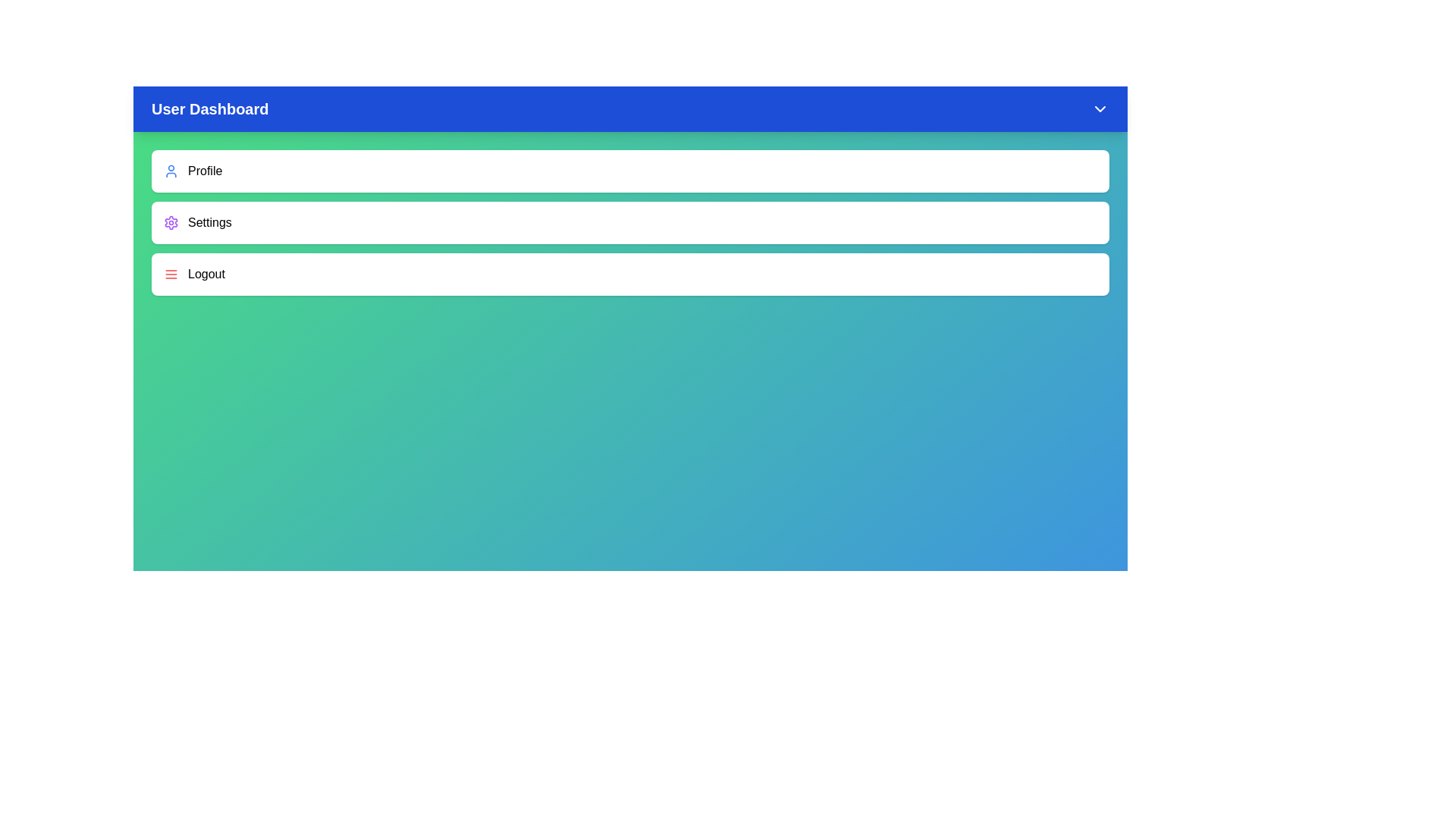 This screenshot has height=819, width=1456. What do you see at coordinates (630, 222) in the screenshot?
I see `the 'Settings' menu item` at bounding box center [630, 222].